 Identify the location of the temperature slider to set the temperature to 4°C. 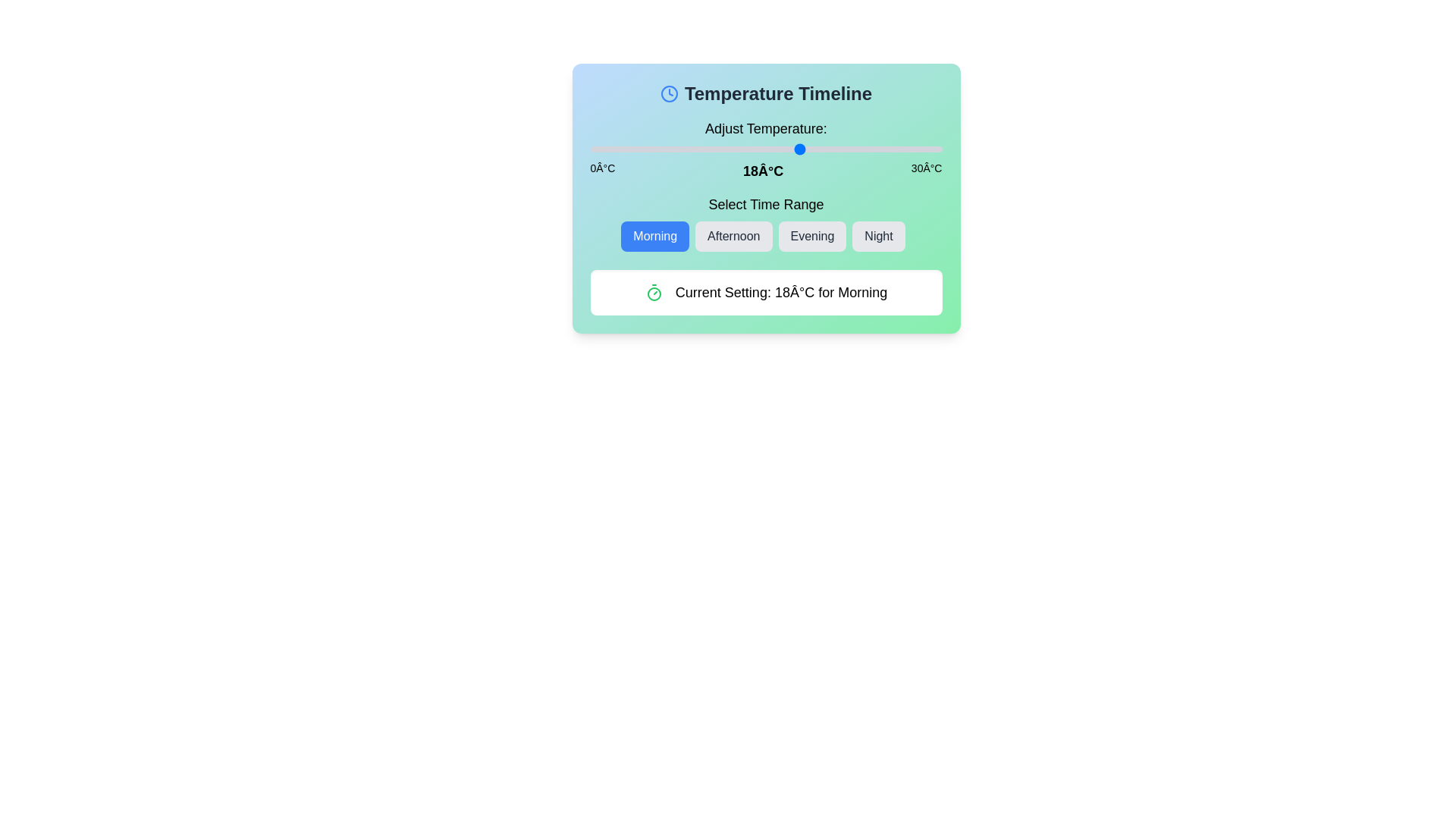
(637, 149).